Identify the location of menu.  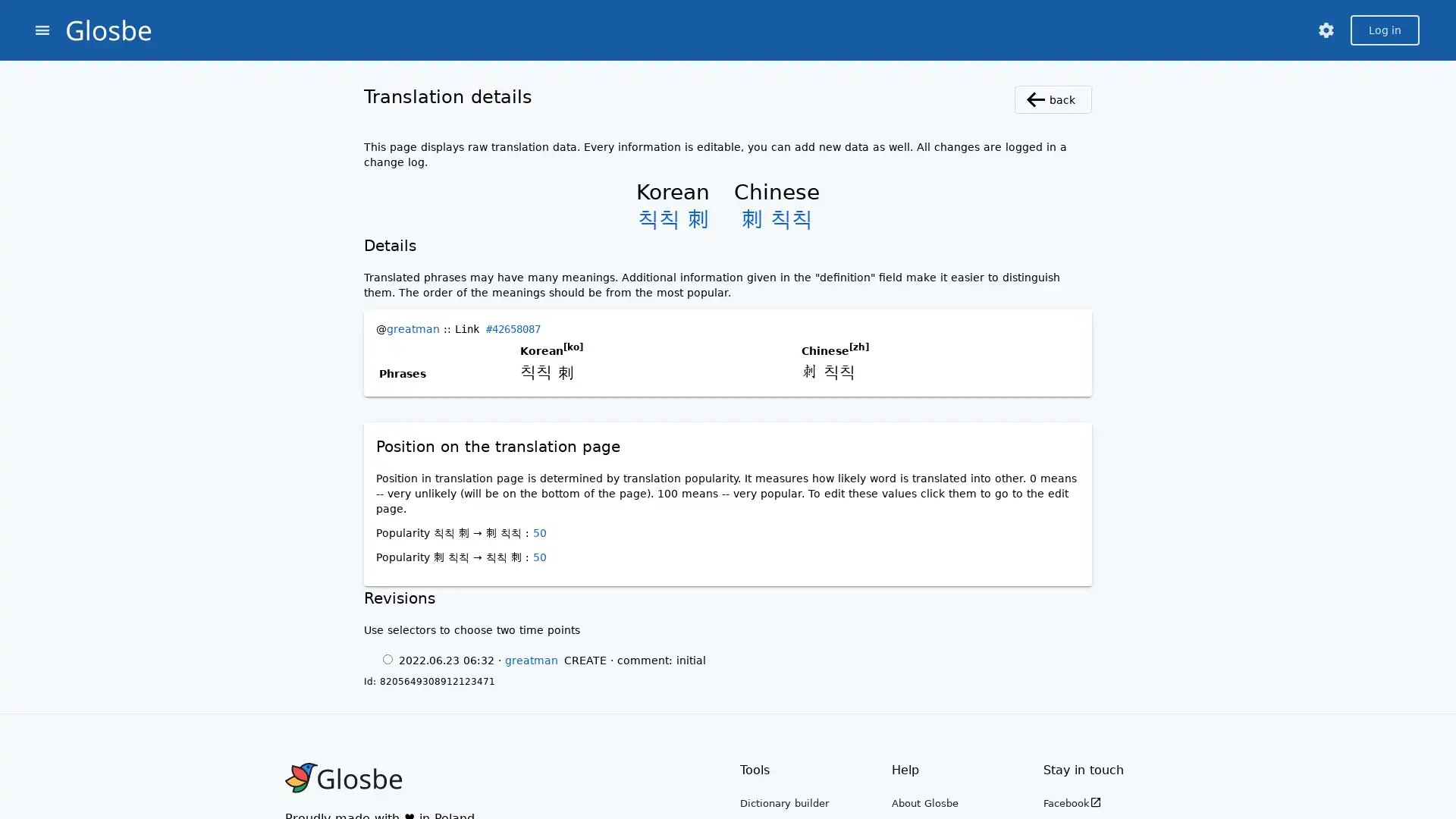
(42, 30).